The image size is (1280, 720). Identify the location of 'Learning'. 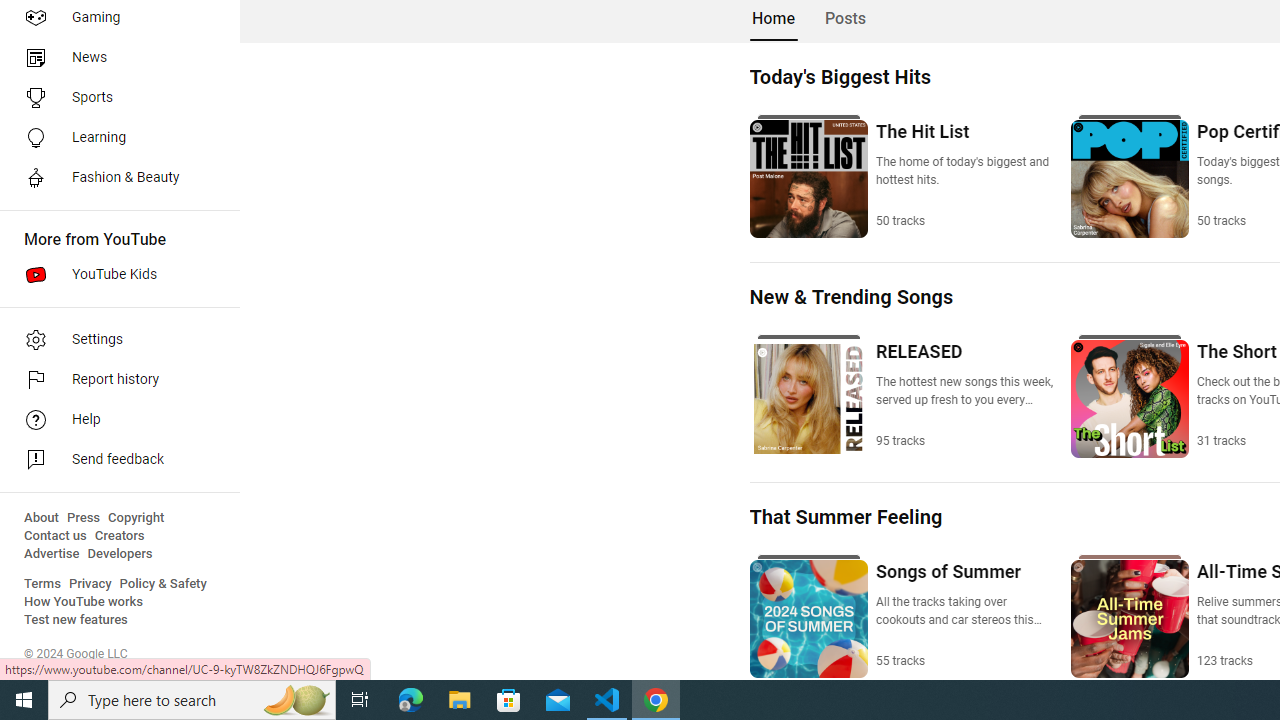
(112, 136).